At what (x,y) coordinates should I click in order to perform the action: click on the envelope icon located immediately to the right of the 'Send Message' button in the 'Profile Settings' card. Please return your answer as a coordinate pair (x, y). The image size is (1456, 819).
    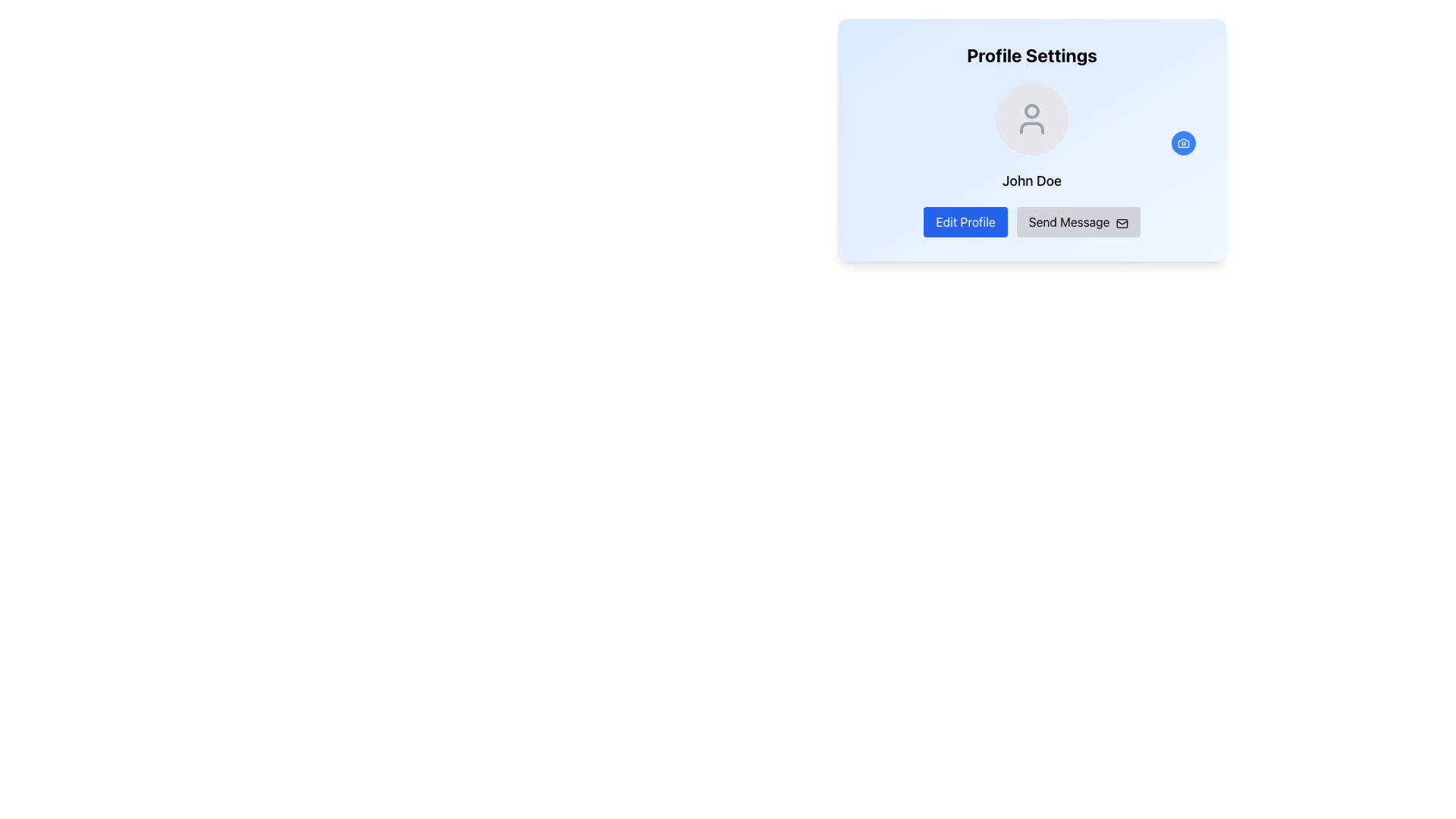
    Looking at the image, I should click on (1122, 223).